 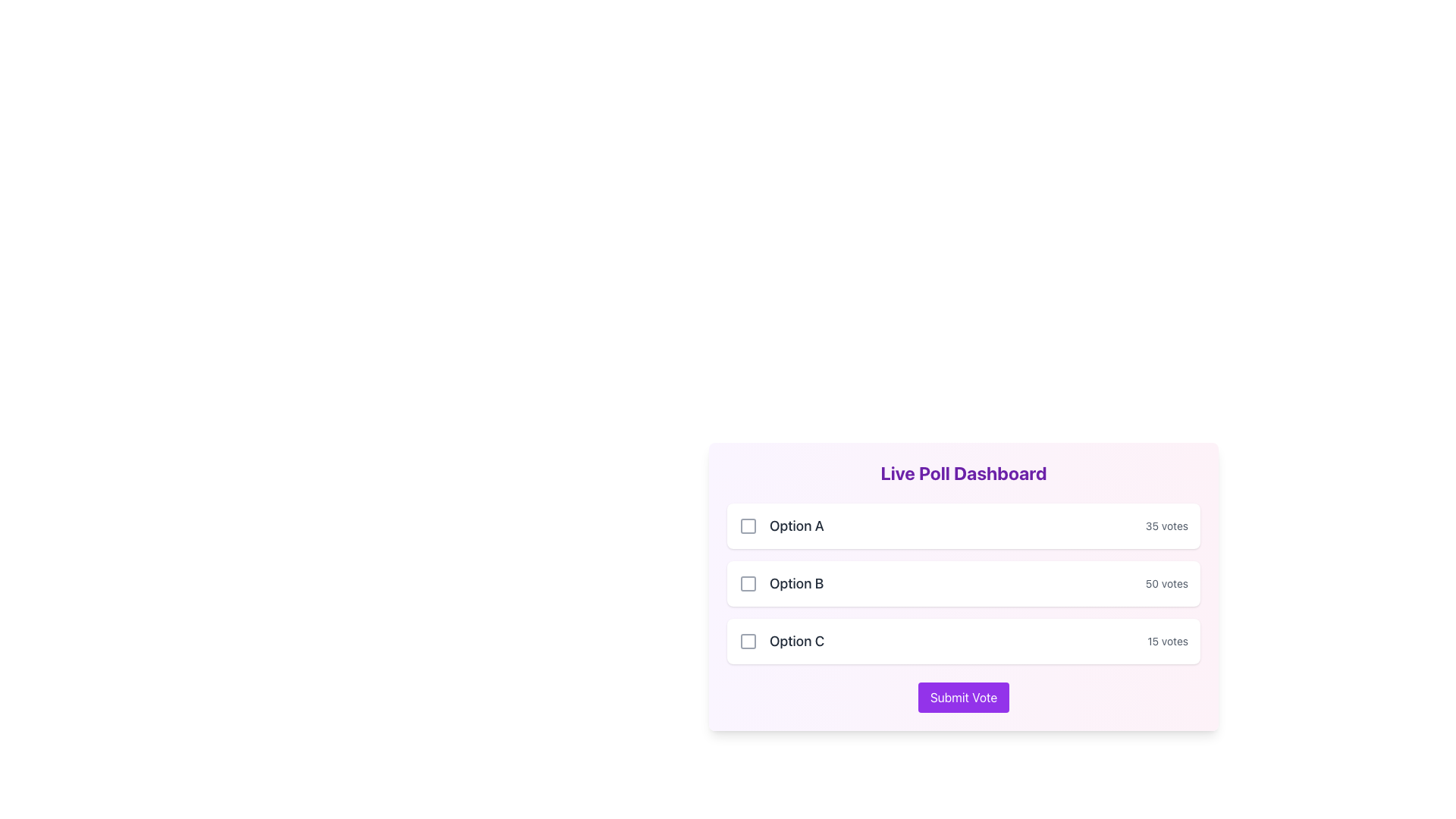 What do you see at coordinates (795, 583) in the screenshot?
I see `on the text label displaying 'Option B' in the second row of the poll options in the Live Poll Dashboard` at bounding box center [795, 583].